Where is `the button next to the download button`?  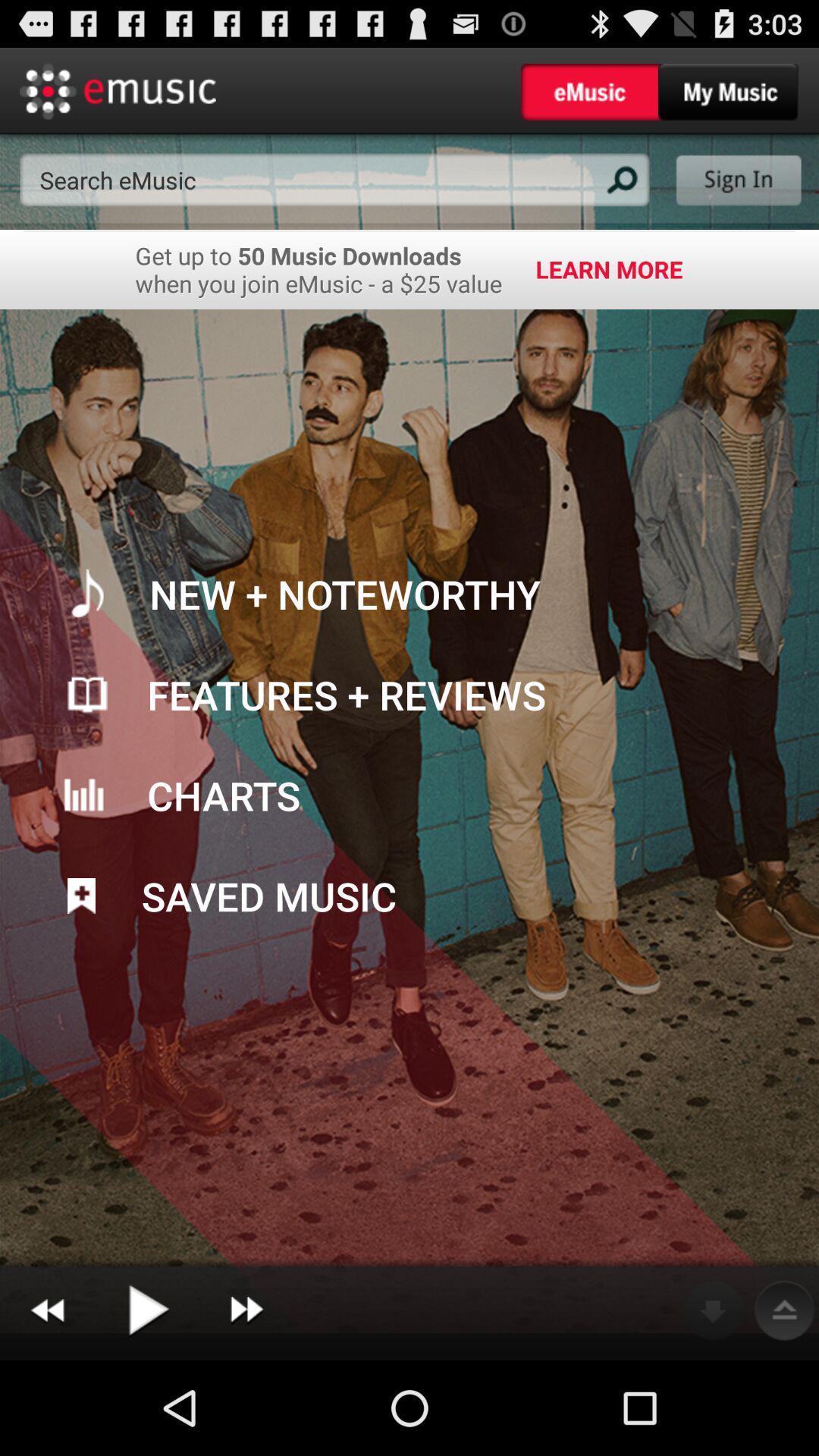 the button next to the download button is located at coordinates (784, 1310).